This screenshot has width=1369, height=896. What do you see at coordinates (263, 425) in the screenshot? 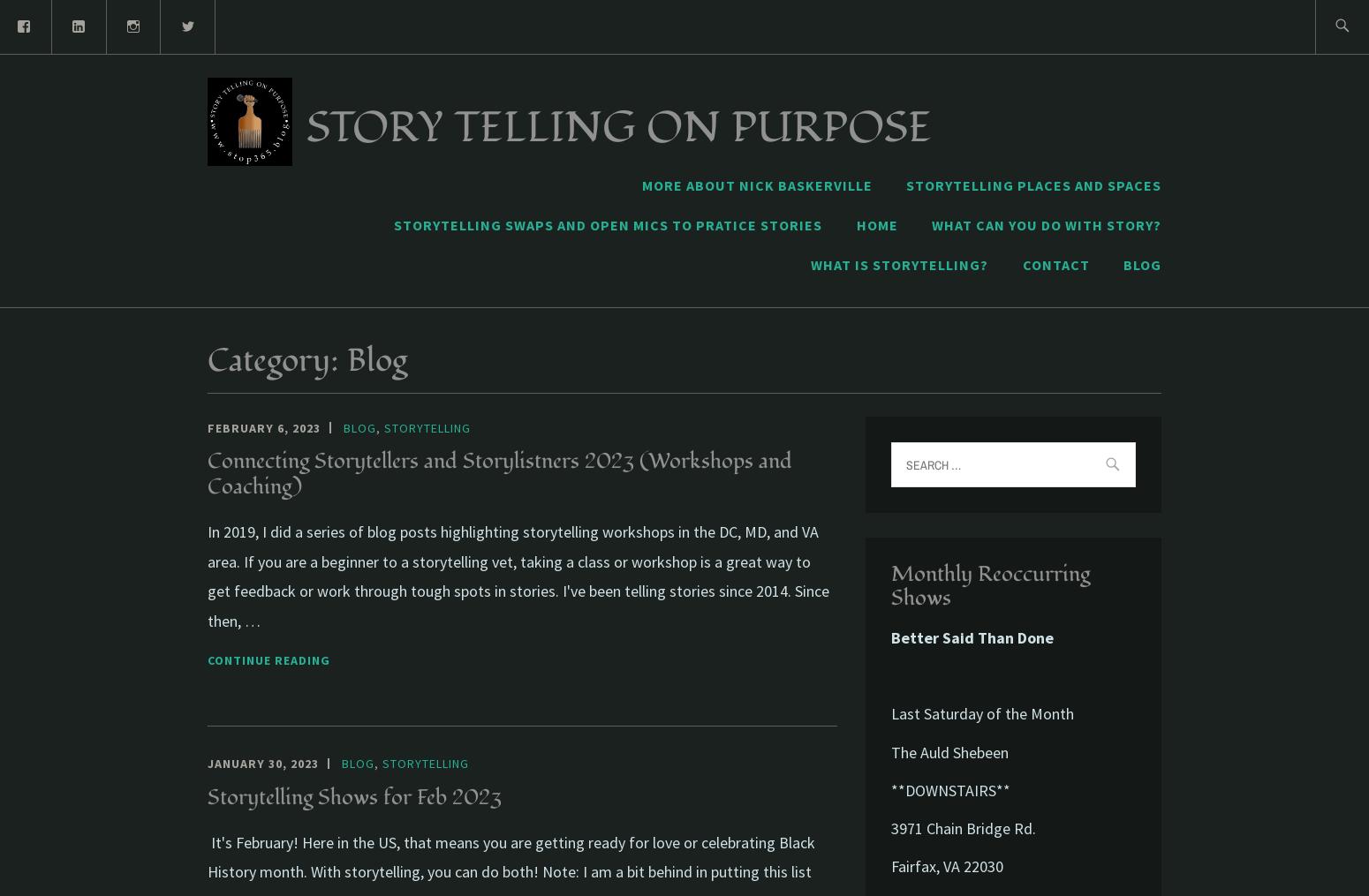
I see `'February 6, 2023'` at bounding box center [263, 425].